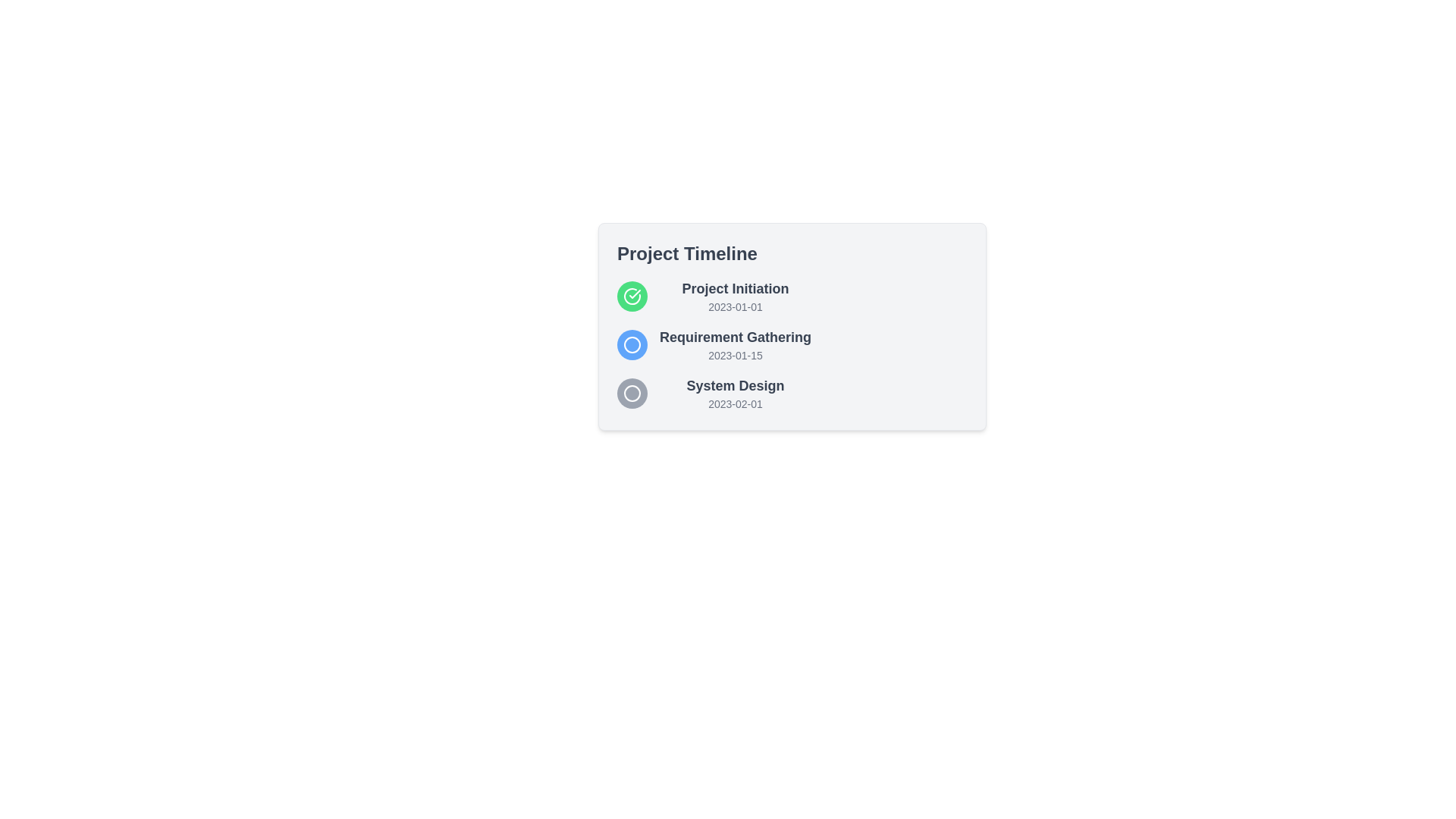 The height and width of the screenshot is (819, 1456). What do you see at coordinates (632, 393) in the screenshot?
I see `the third circular status icon with a gray background and white stroke outline, located in the 'Project Timeline' card, next to 'System Design'` at bounding box center [632, 393].